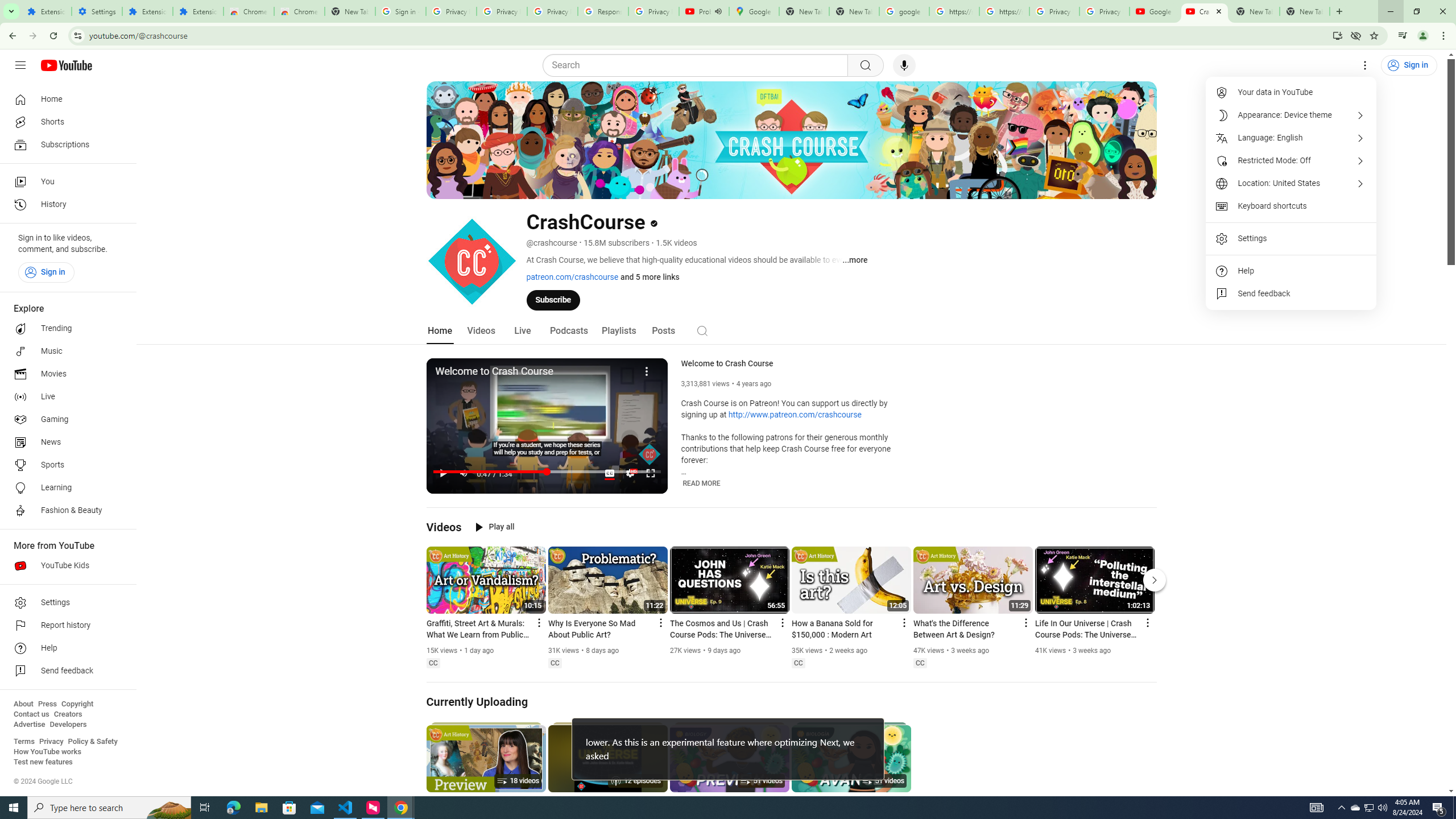  Describe the element at coordinates (64, 464) in the screenshot. I see `'Sports'` at that location.